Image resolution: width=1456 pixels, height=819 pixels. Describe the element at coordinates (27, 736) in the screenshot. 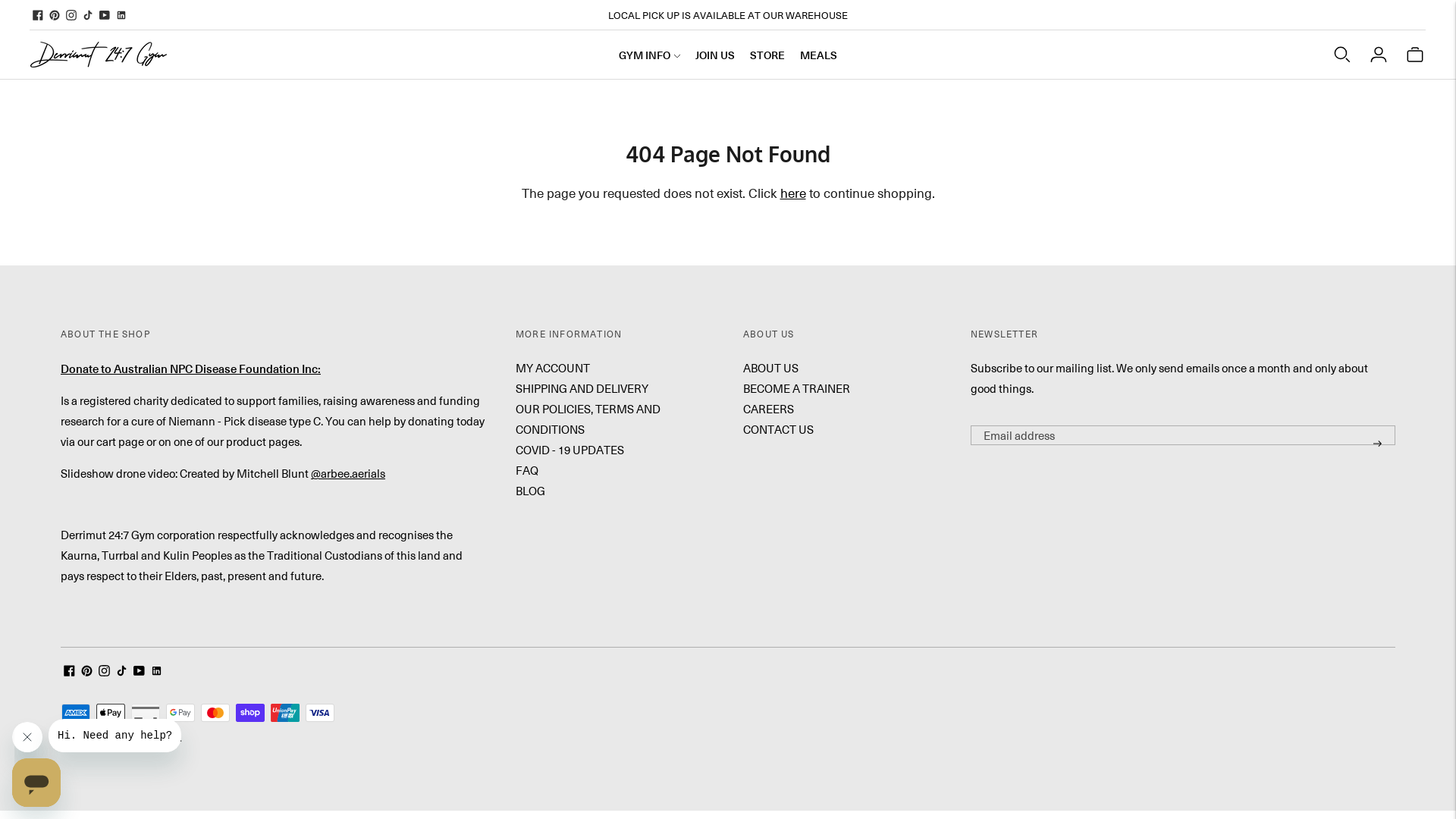

I see `'Close message'` at that location.